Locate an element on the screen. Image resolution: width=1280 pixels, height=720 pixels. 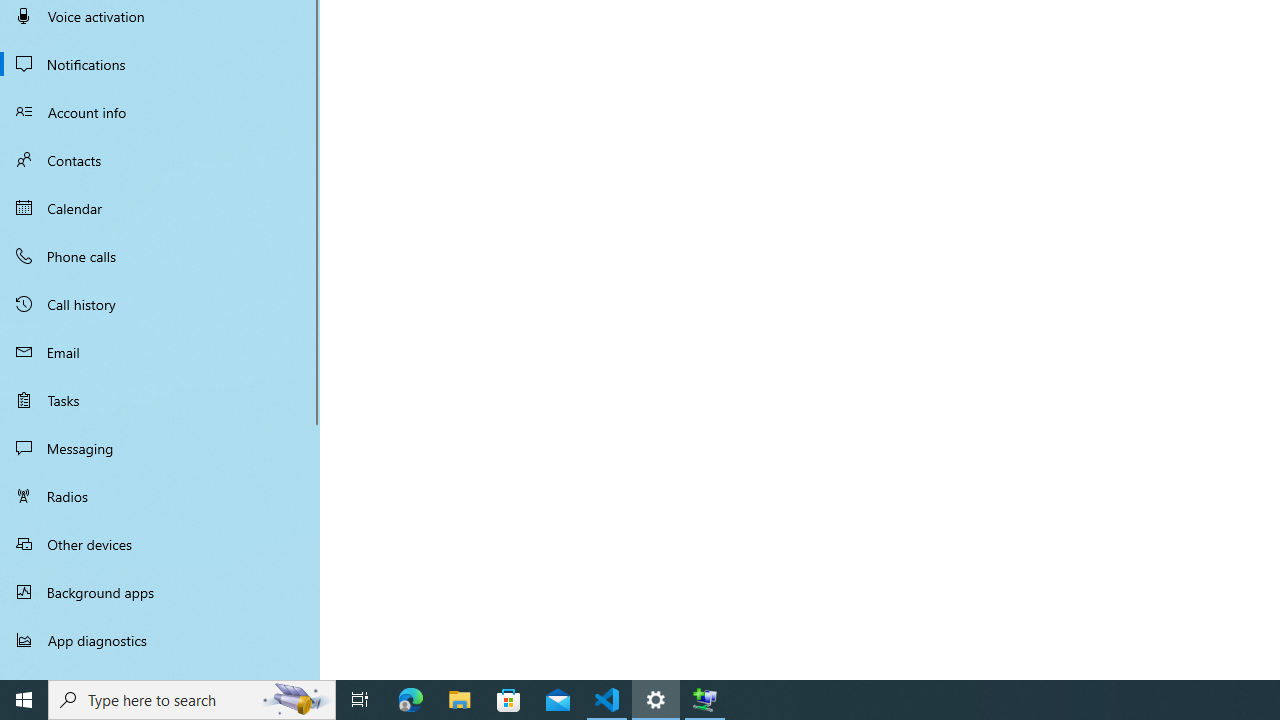
'Phone calls' is located at coordinates (160, 254).